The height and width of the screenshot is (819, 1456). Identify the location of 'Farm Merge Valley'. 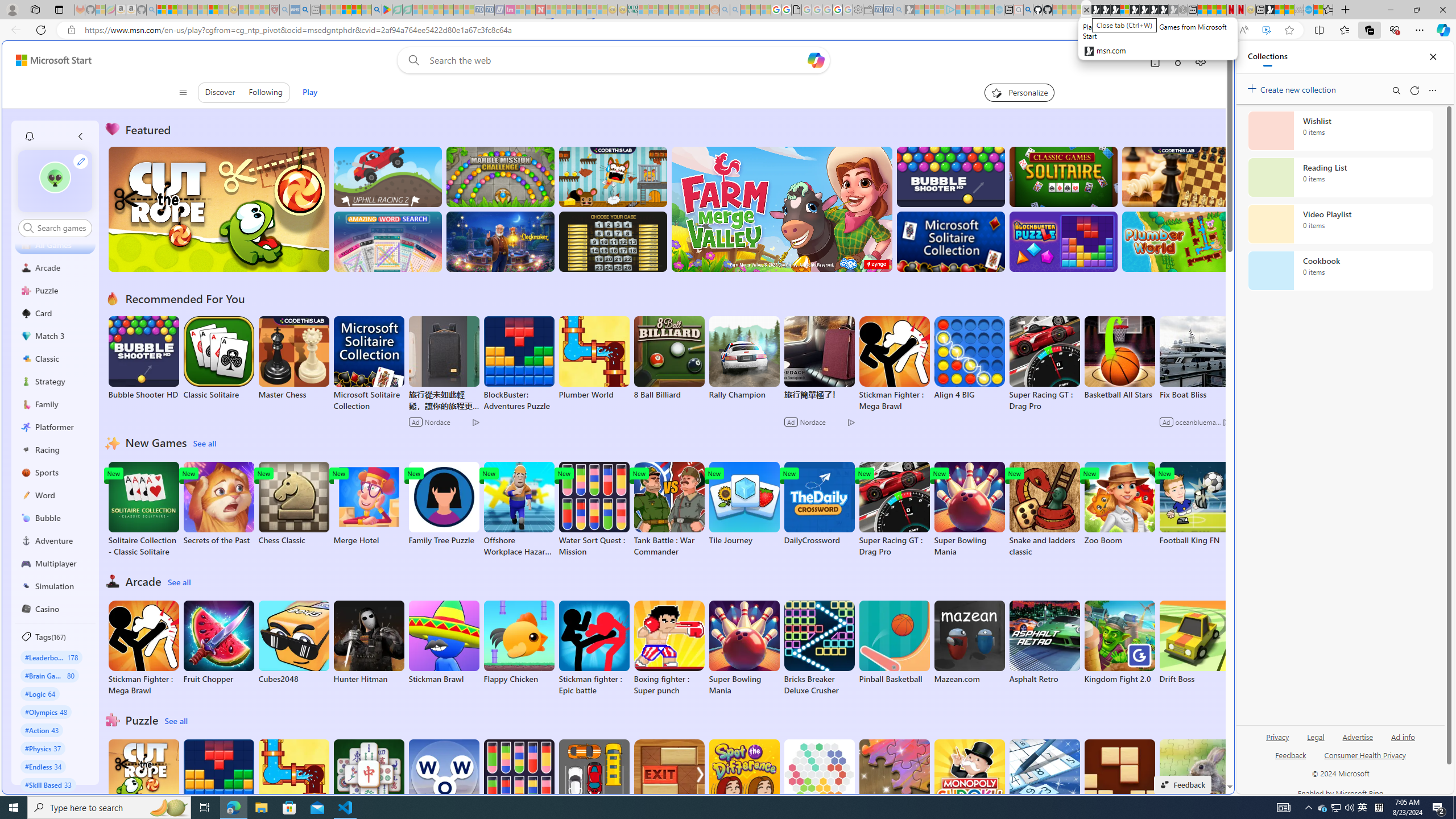
(781, 209).